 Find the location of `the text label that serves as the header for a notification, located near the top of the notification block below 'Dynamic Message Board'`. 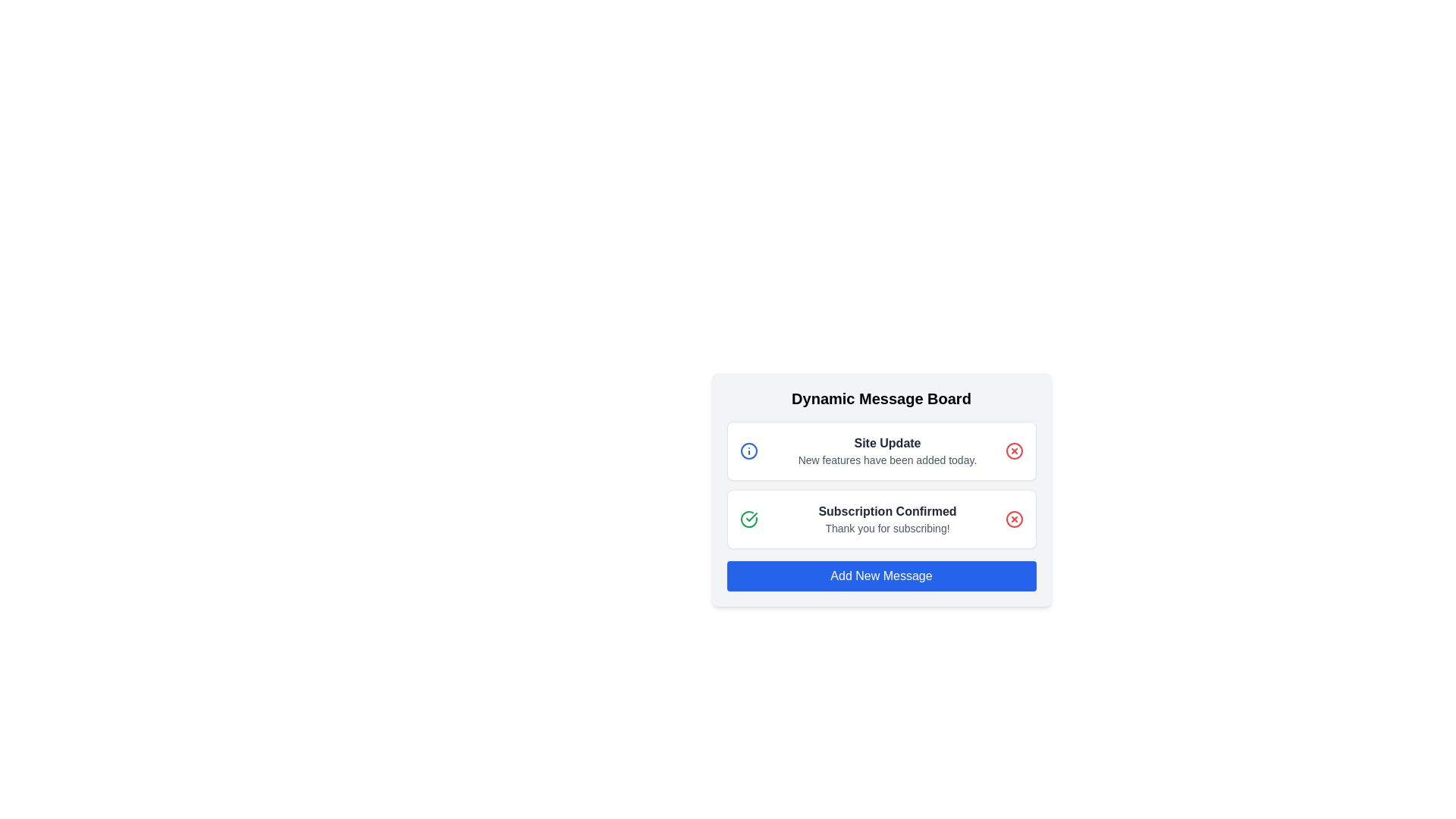

the text label that serves as the header for a notification, located near the top of the notification block below 'Dynamic Message Board' is located at coordinates (887, 444).